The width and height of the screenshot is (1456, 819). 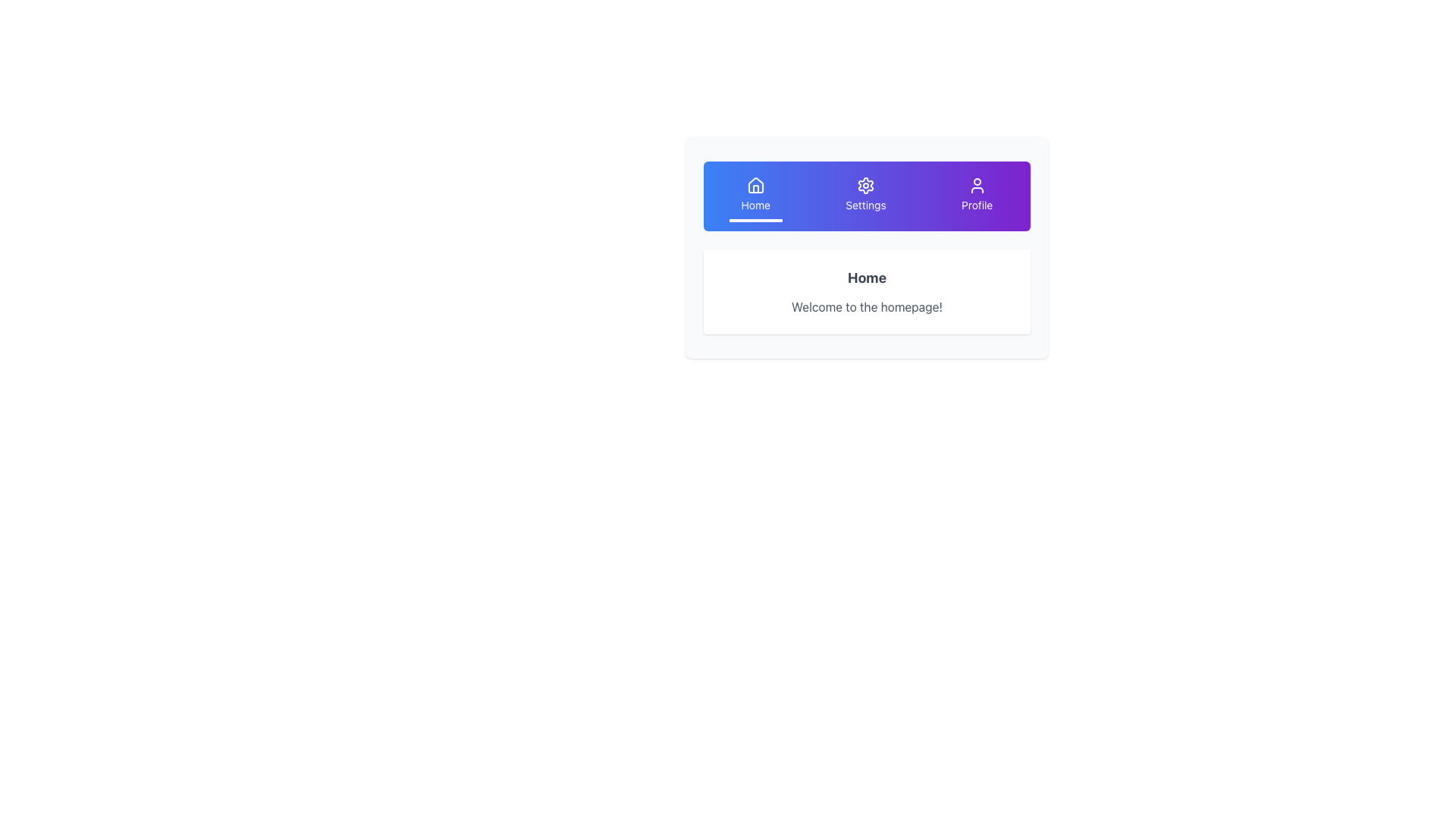 I want to click on the Profile icon located in the top-right navigation bar, which is represented by a user silhouette outline on a purple background, so click(x=977, y=185).